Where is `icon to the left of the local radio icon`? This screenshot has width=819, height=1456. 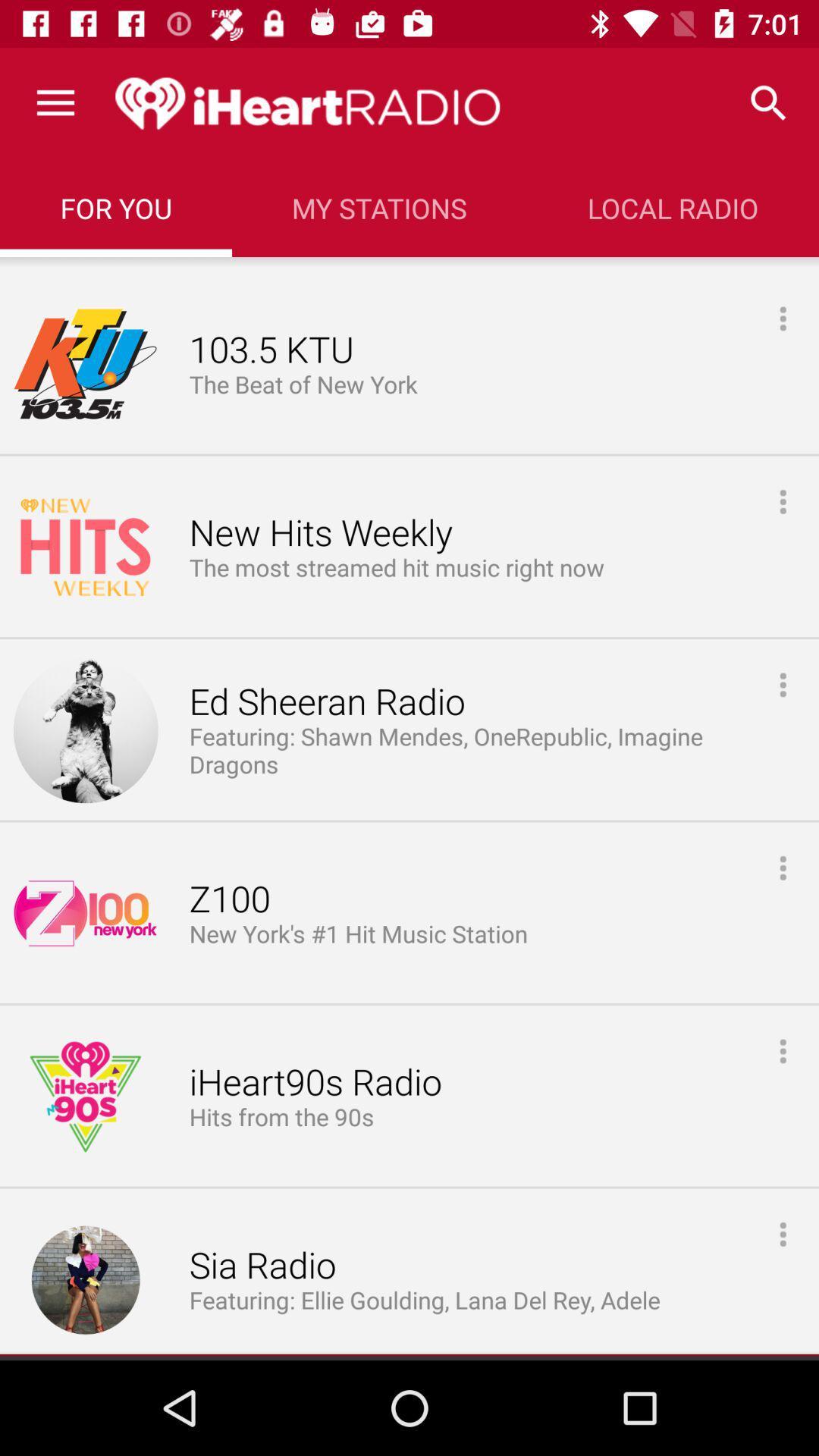 icon to the left of the local radio icon is located at coordinates (378, 207).